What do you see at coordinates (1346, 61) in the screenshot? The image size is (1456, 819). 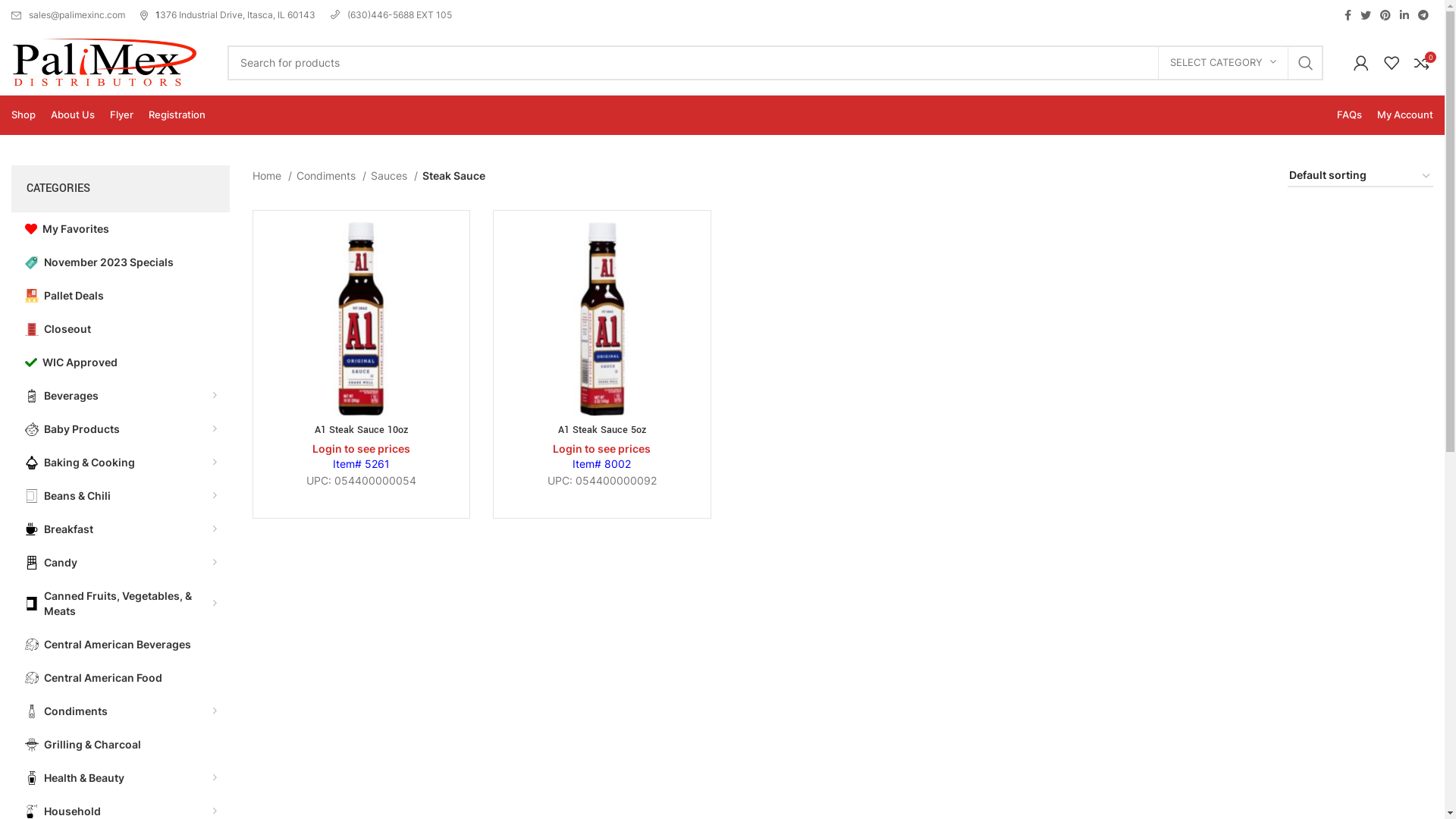 I see `'My account'` at bounding box center [1346, 61].